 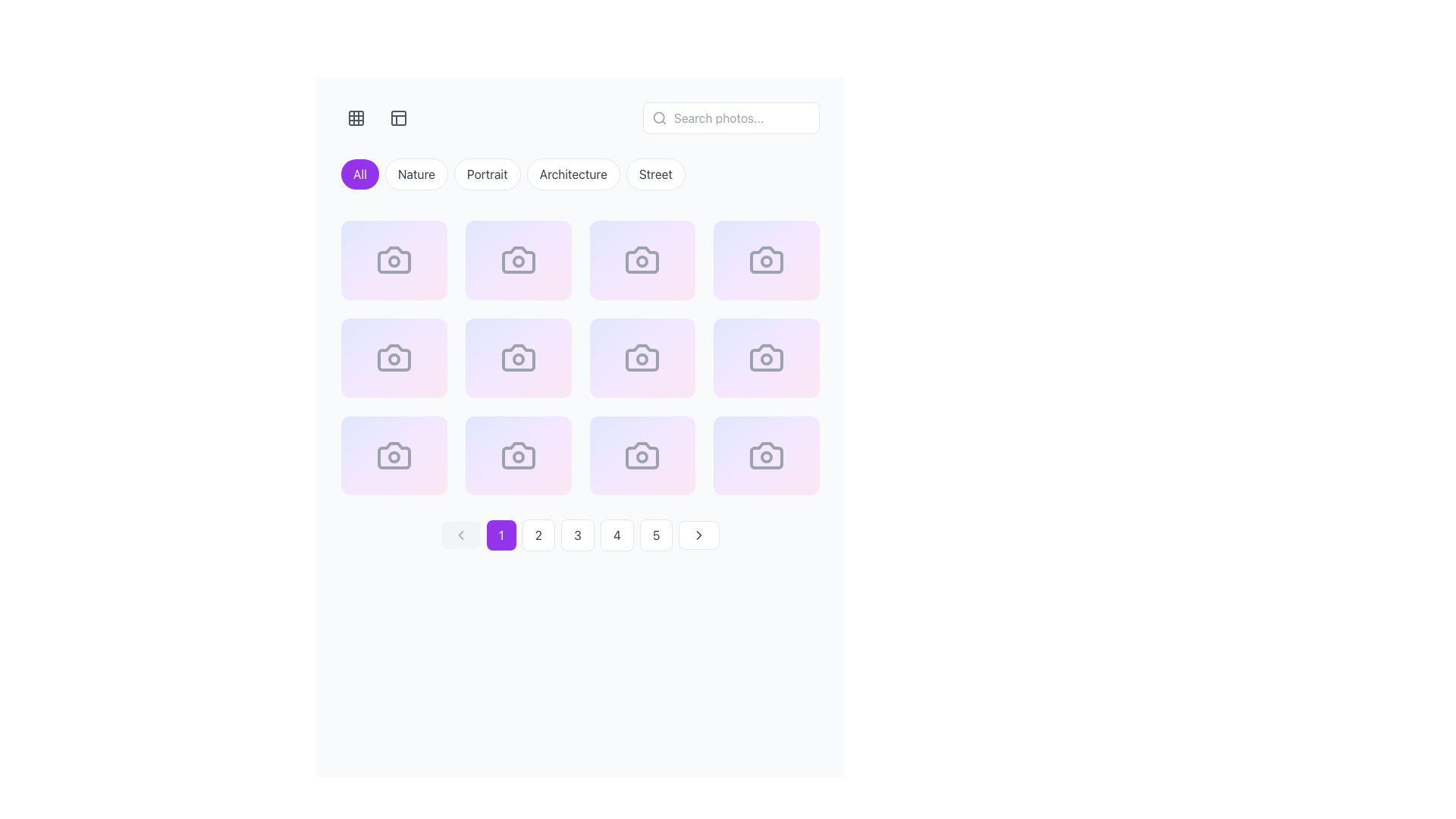 What do you see at coordinates (394, 261) in the screenshot?
I see `the circular decorative graphic within the camera icon located in the first row and first column of the grid layout` at bounding box center [394, 261].